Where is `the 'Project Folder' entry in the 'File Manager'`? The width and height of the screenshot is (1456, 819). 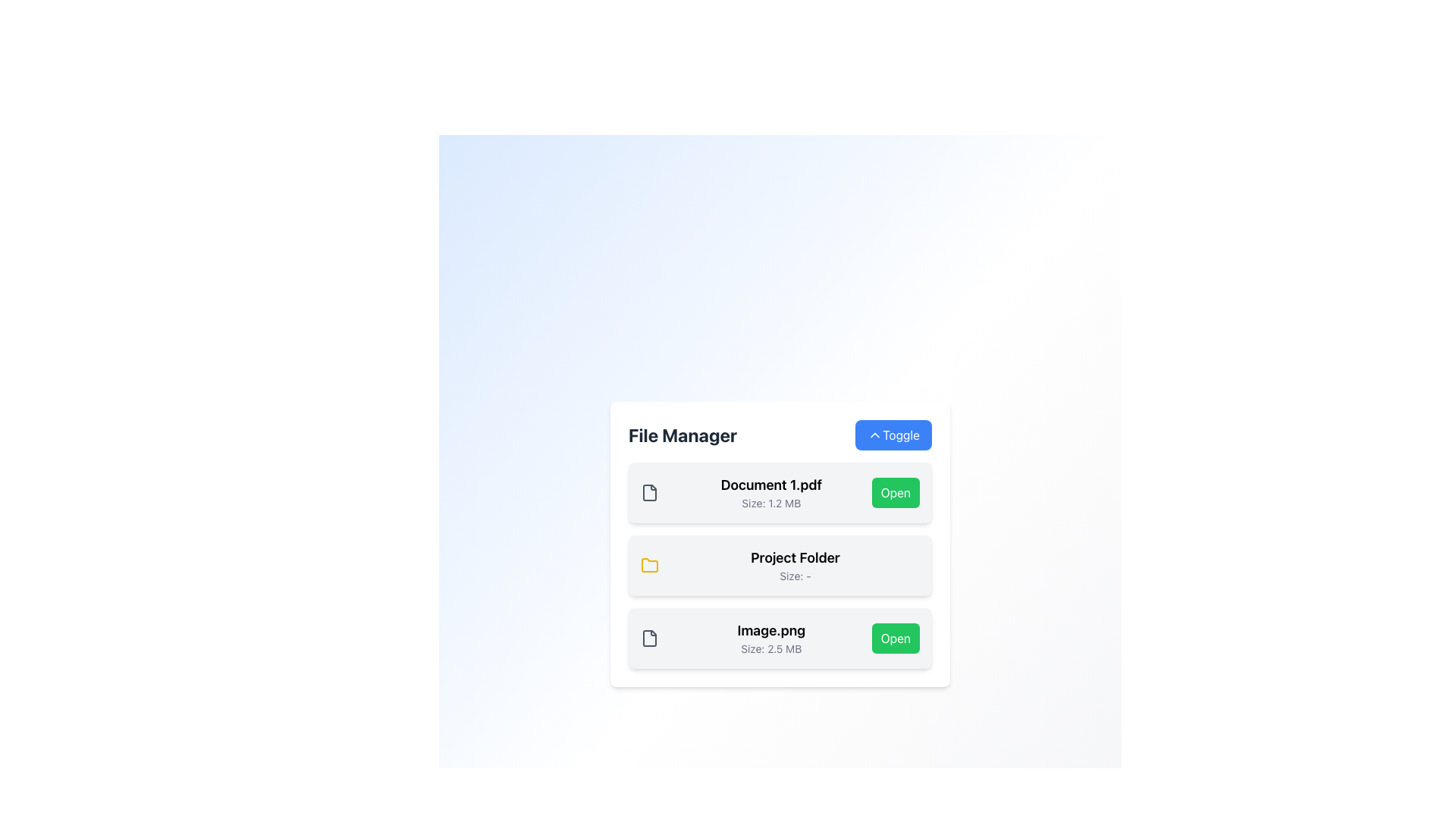
the 'Project Folder' entry in the 'File Manager' is located at coordinates (780, 543).